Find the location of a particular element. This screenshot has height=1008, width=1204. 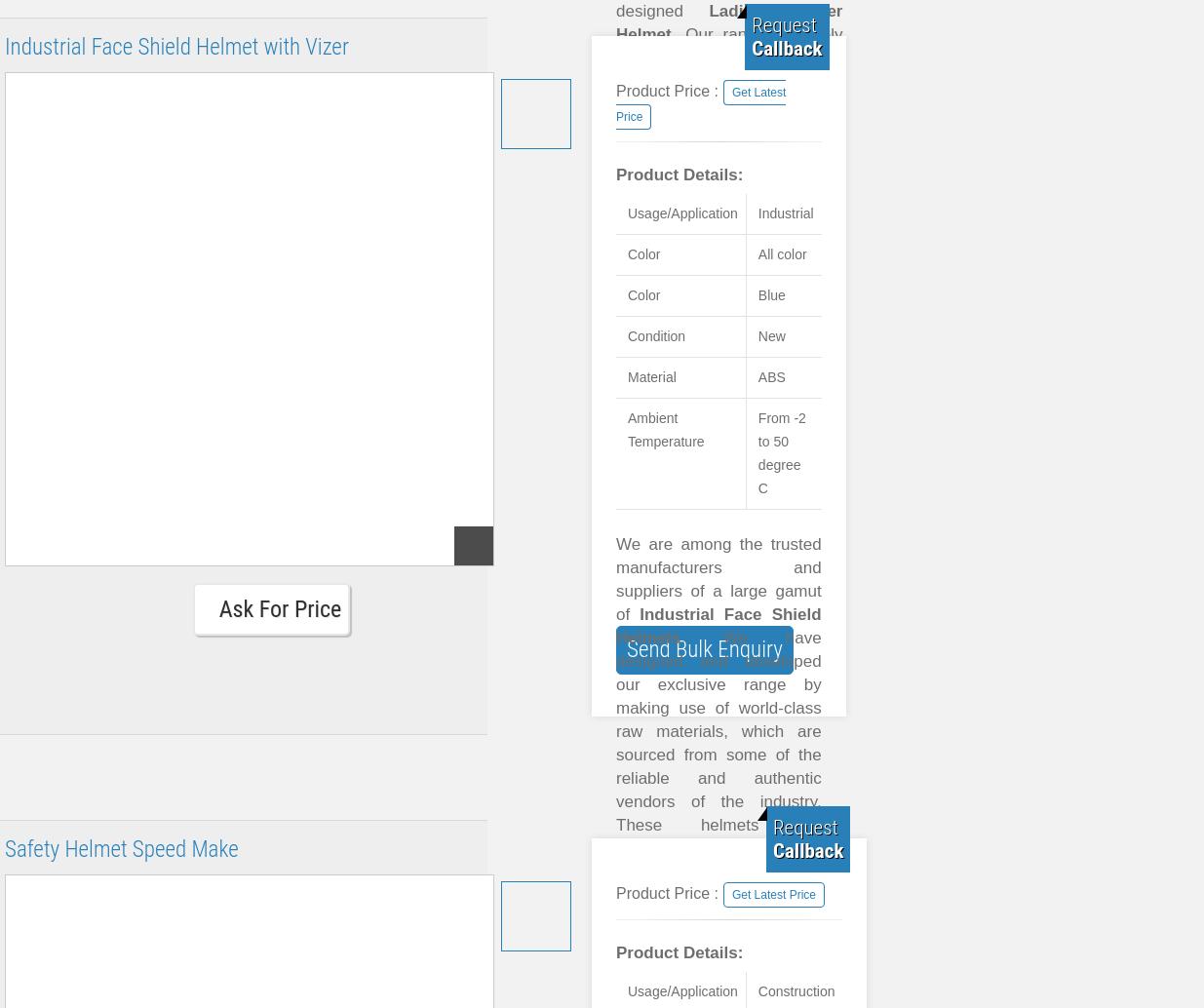

'High strength.' is located at coordinates (694, 431).